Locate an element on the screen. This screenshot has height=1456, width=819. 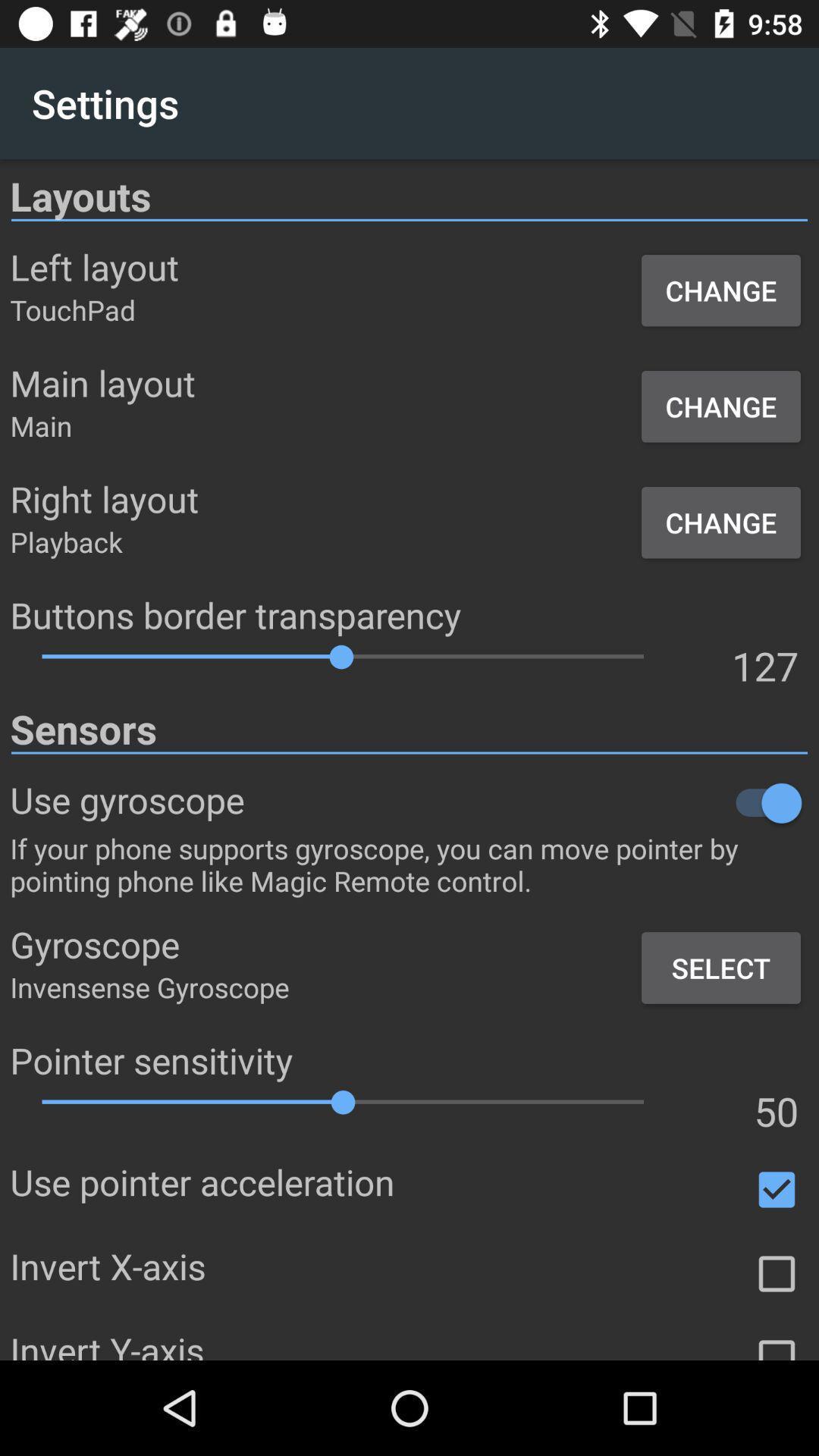
turn of gyroscope is located at coordinates (526, 802).